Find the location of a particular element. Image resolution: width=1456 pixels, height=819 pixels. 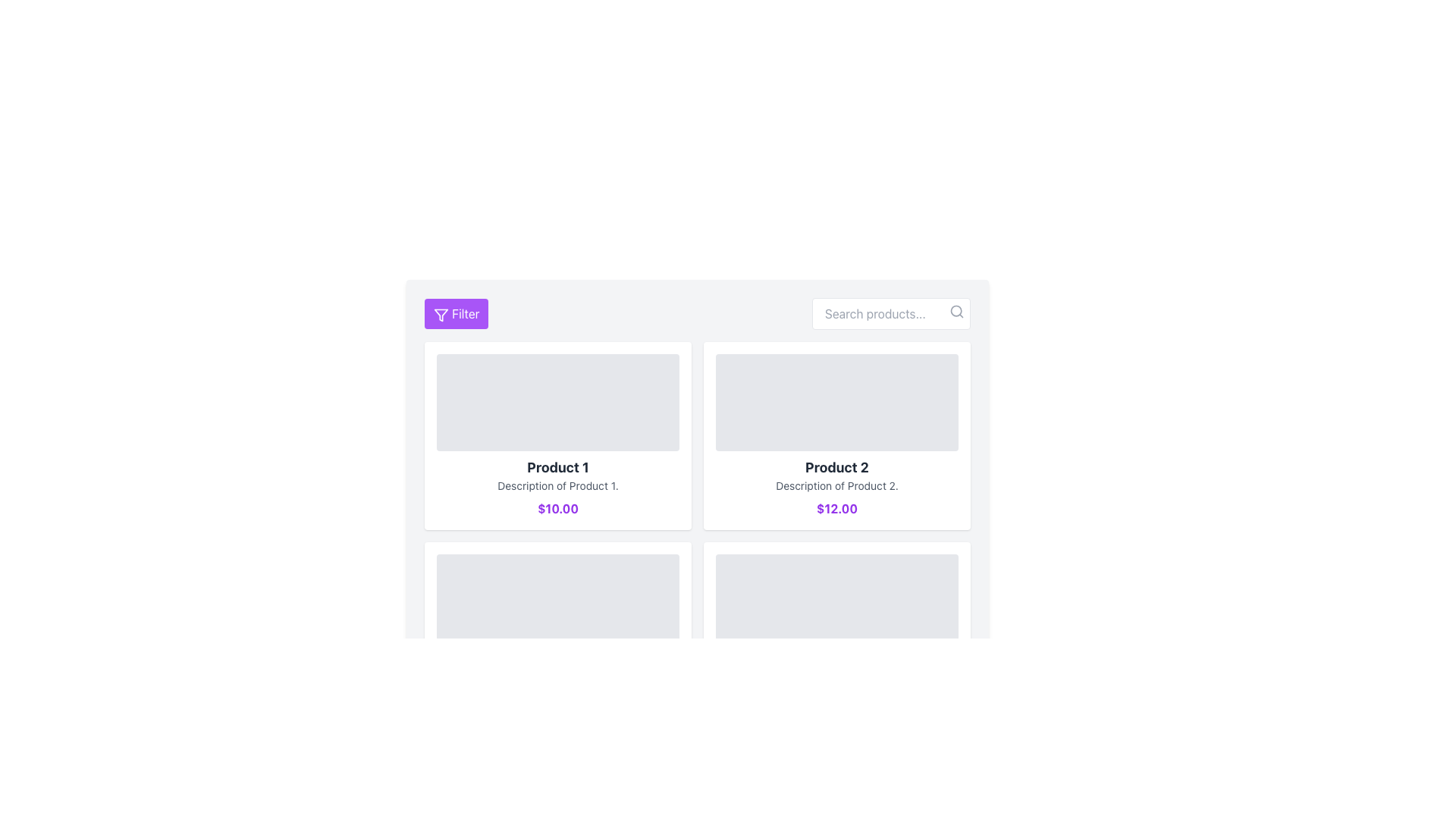

the text label providing descriptive information about 'Product 1', which is located in the second line of the content block directly below the title 'Product 1' is located at coordinates (557, 485).